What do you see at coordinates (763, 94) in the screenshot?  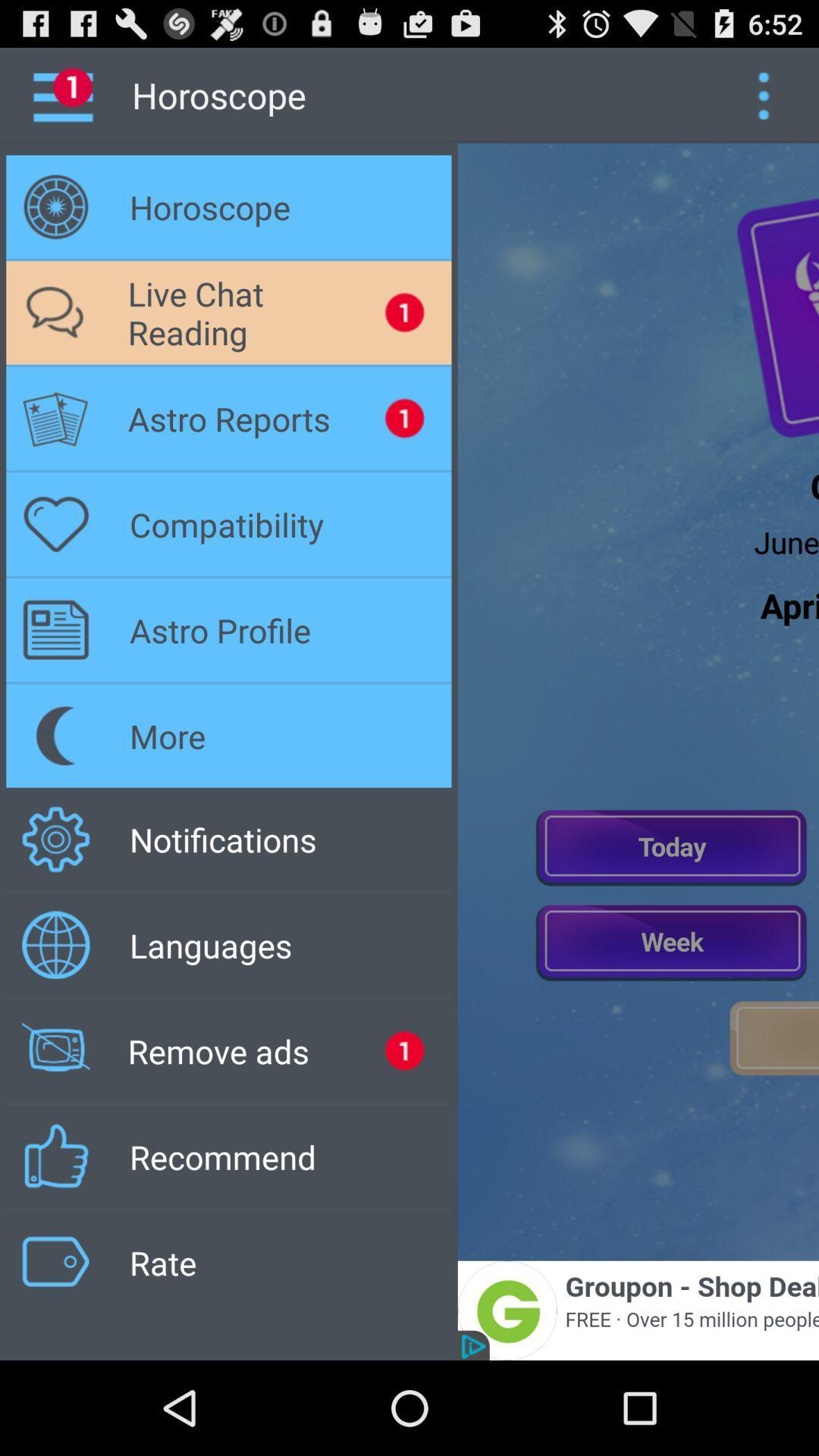 I see `open options tab` at bounding box center [763, 94].